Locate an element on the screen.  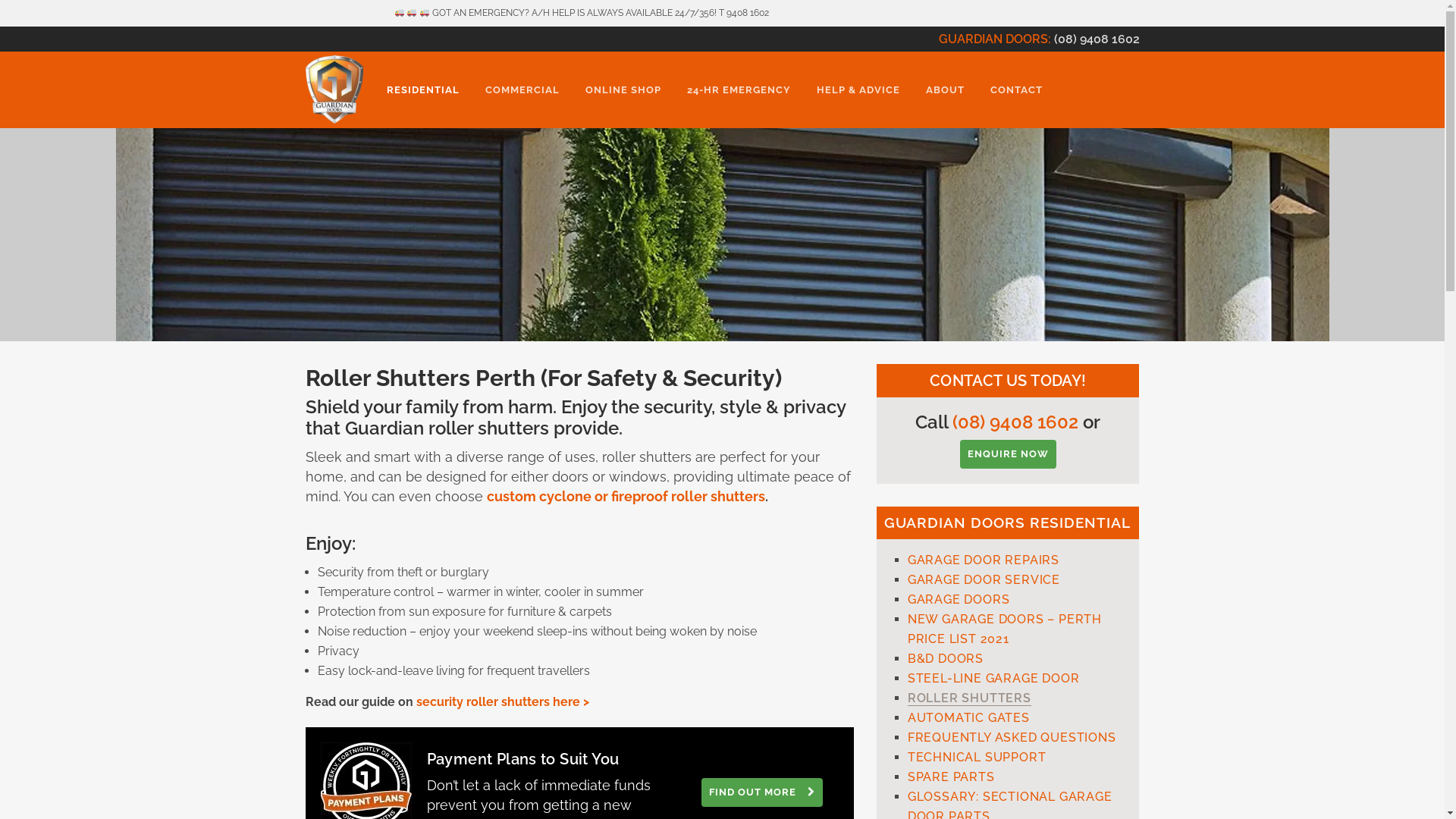
'TECHNICAL SUPPORT' is located at coordinates (977, 757).